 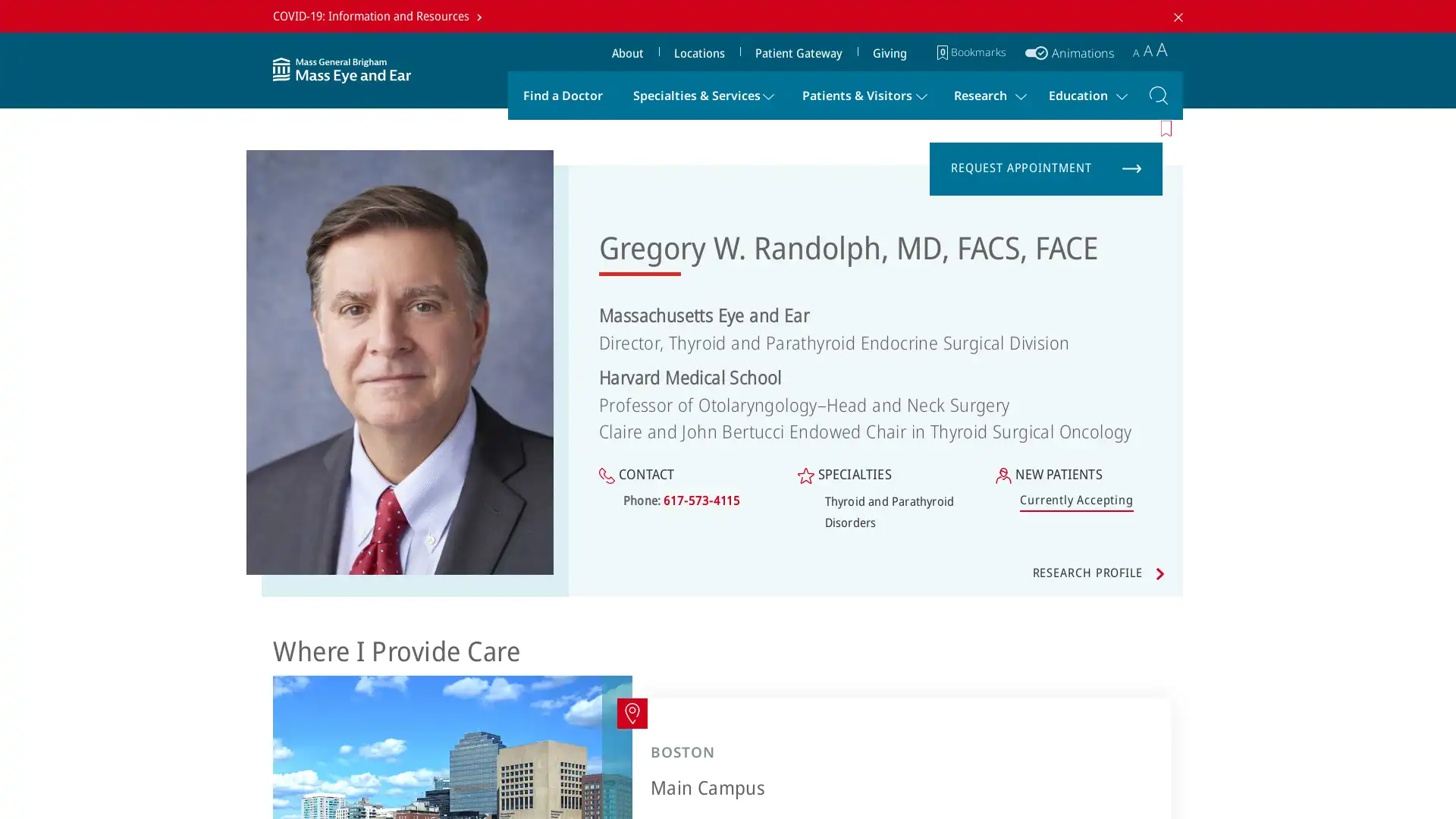 What do you see at coordinates (701, 94) in the screenshot?
I see `Specialties & Services` at bounding box center [701, 94].